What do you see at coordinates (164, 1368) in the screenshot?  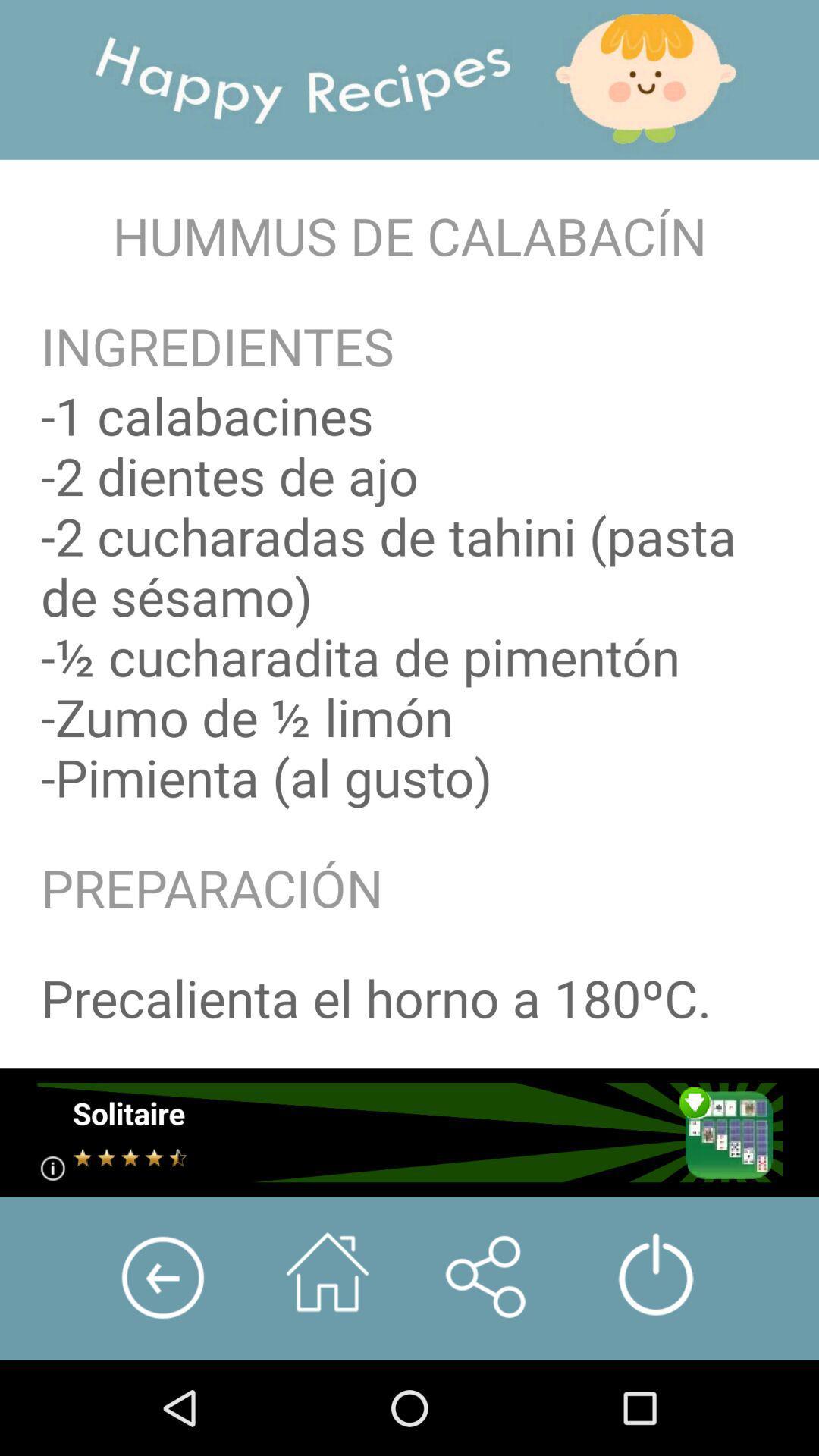 I see `the arrow_backward icon` at bounding box center [164, 1368].